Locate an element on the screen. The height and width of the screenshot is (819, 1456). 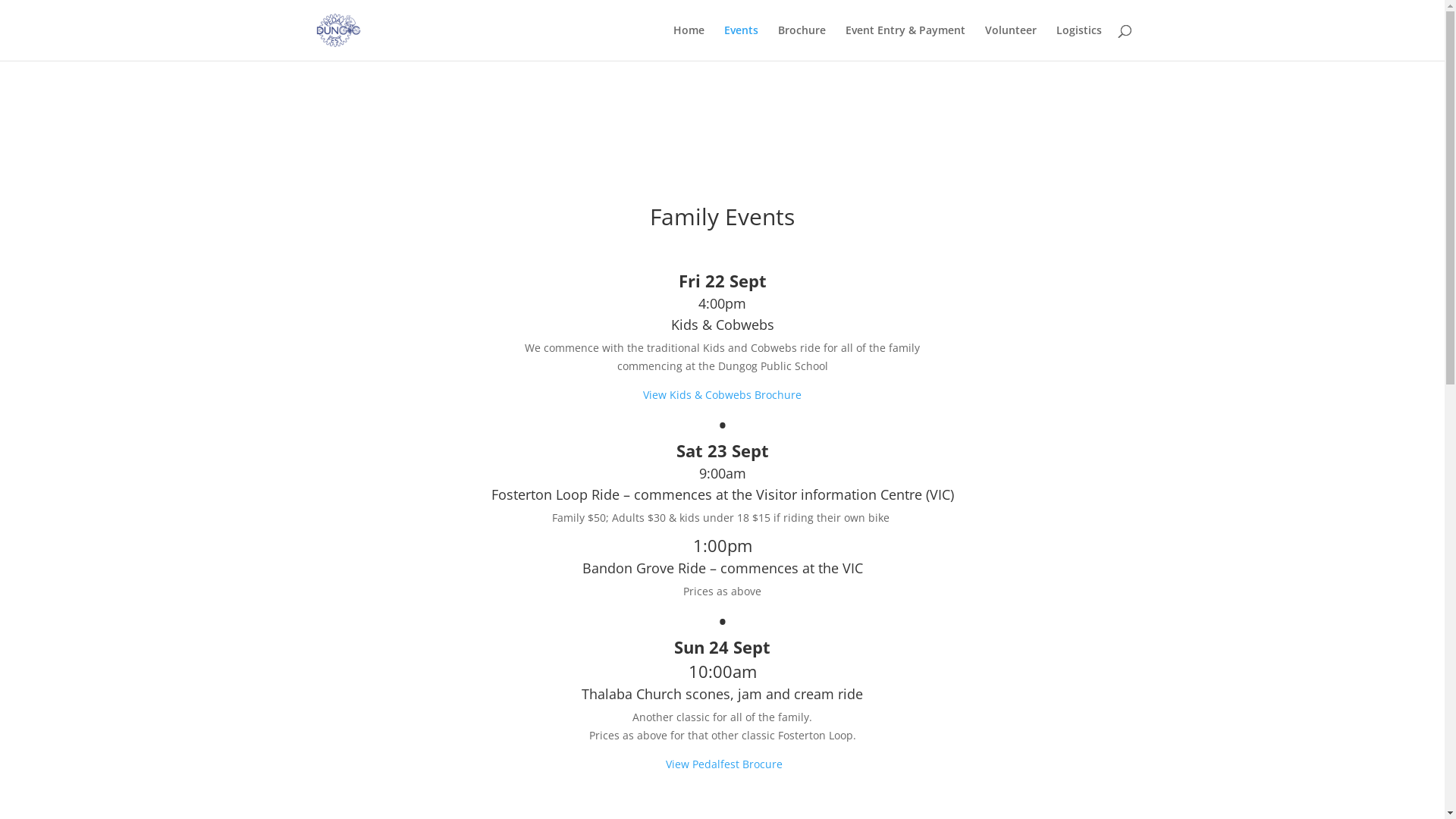
'View Kids & Cobwebs Brochure' is located at coordinates (721, 394).